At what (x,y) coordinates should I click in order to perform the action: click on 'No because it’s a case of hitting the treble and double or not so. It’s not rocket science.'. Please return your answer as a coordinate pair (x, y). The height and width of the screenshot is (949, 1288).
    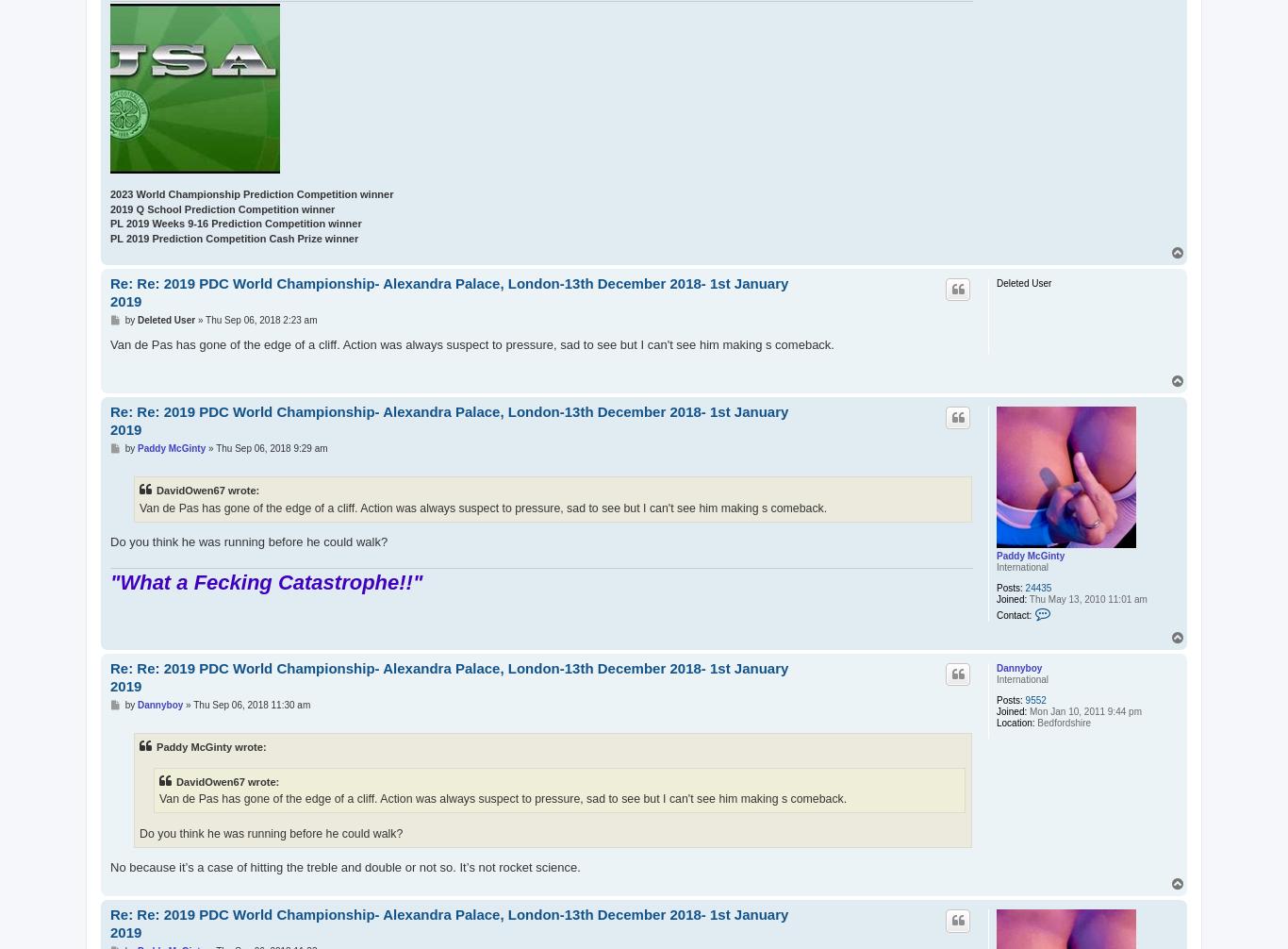
    Looking at the image, I should click on (343, 866).